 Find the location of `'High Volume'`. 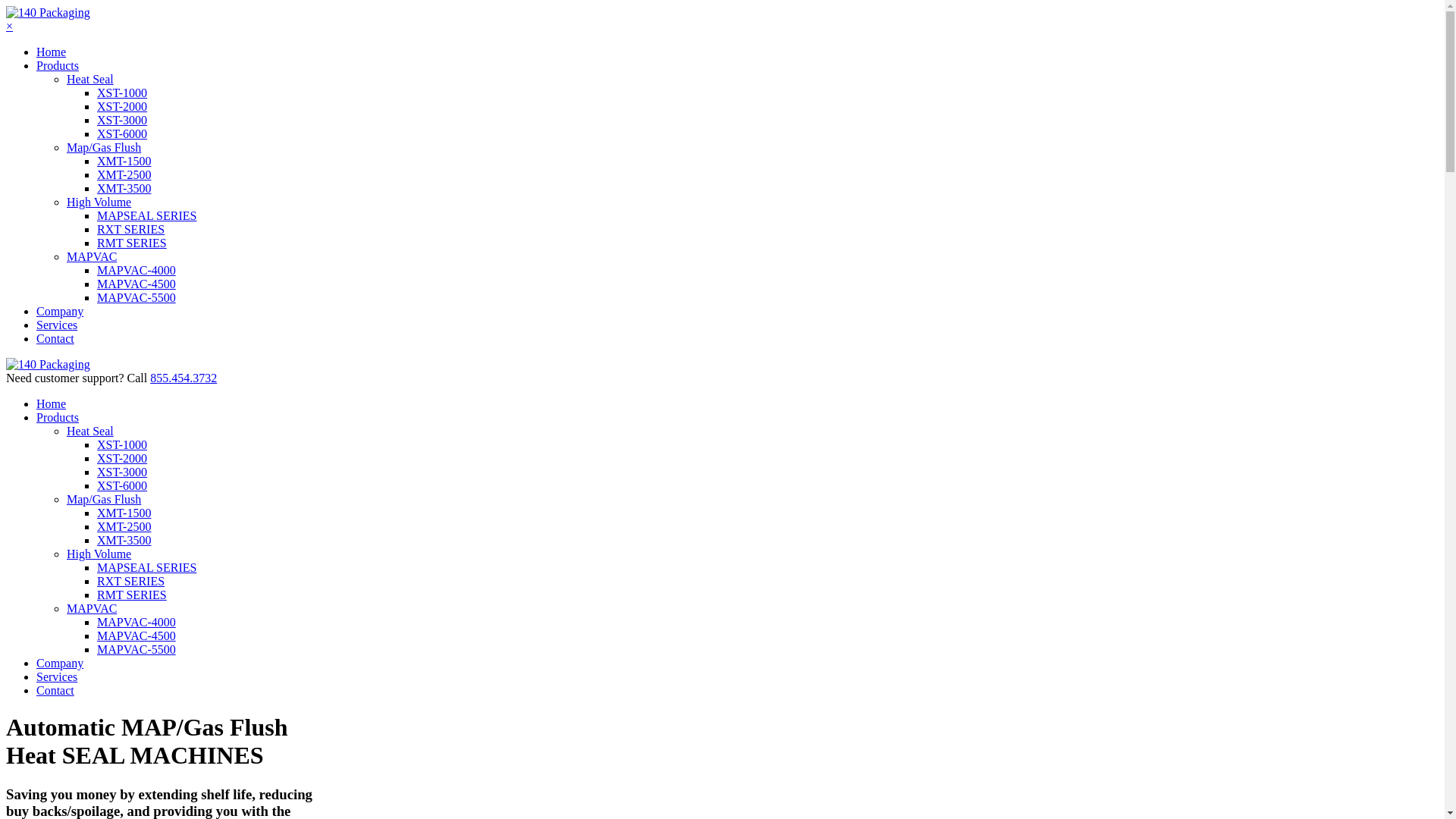

'High Volume' is located at coordinates (98, 554).